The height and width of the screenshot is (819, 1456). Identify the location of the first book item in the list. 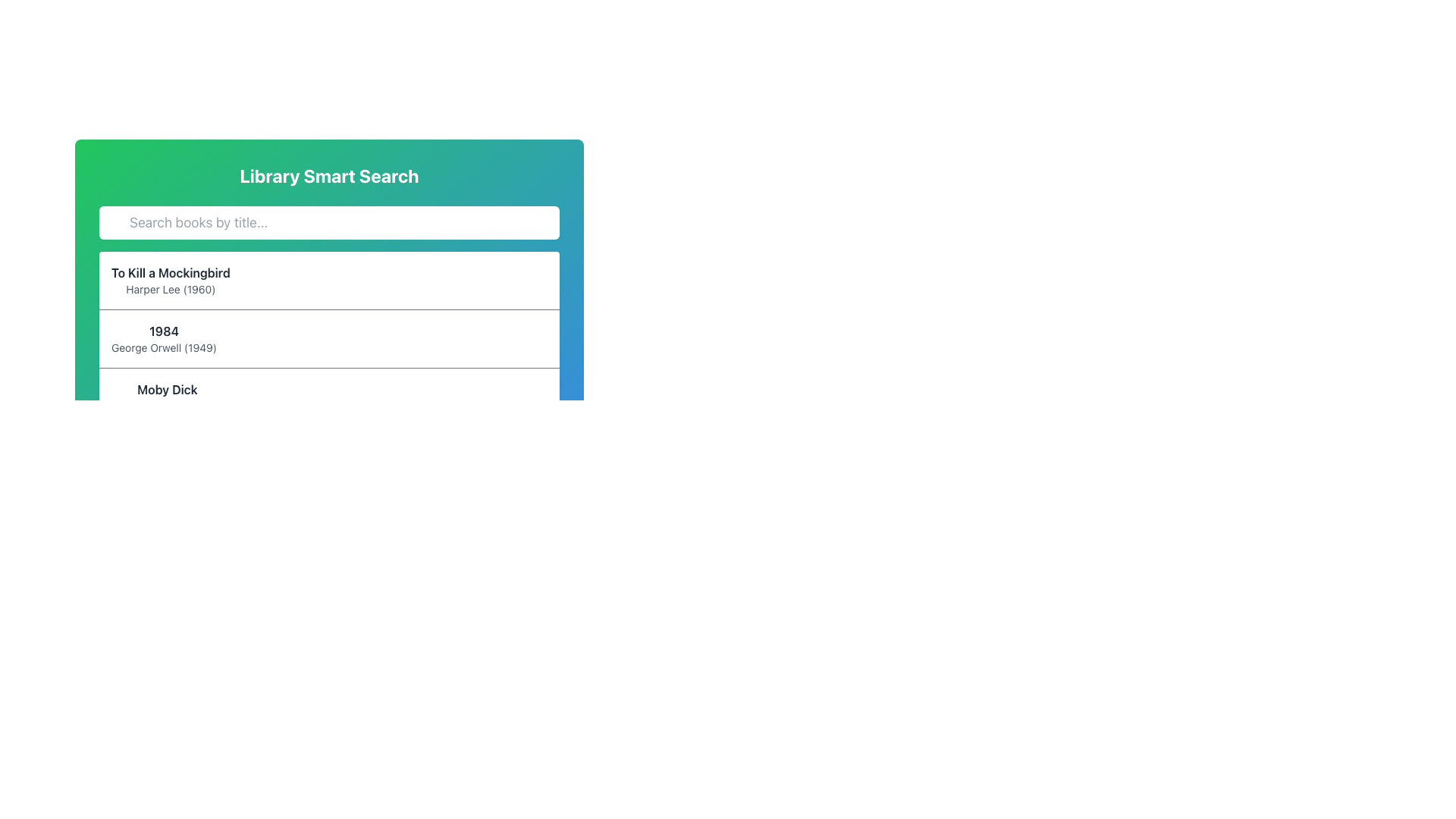
(328, 281).